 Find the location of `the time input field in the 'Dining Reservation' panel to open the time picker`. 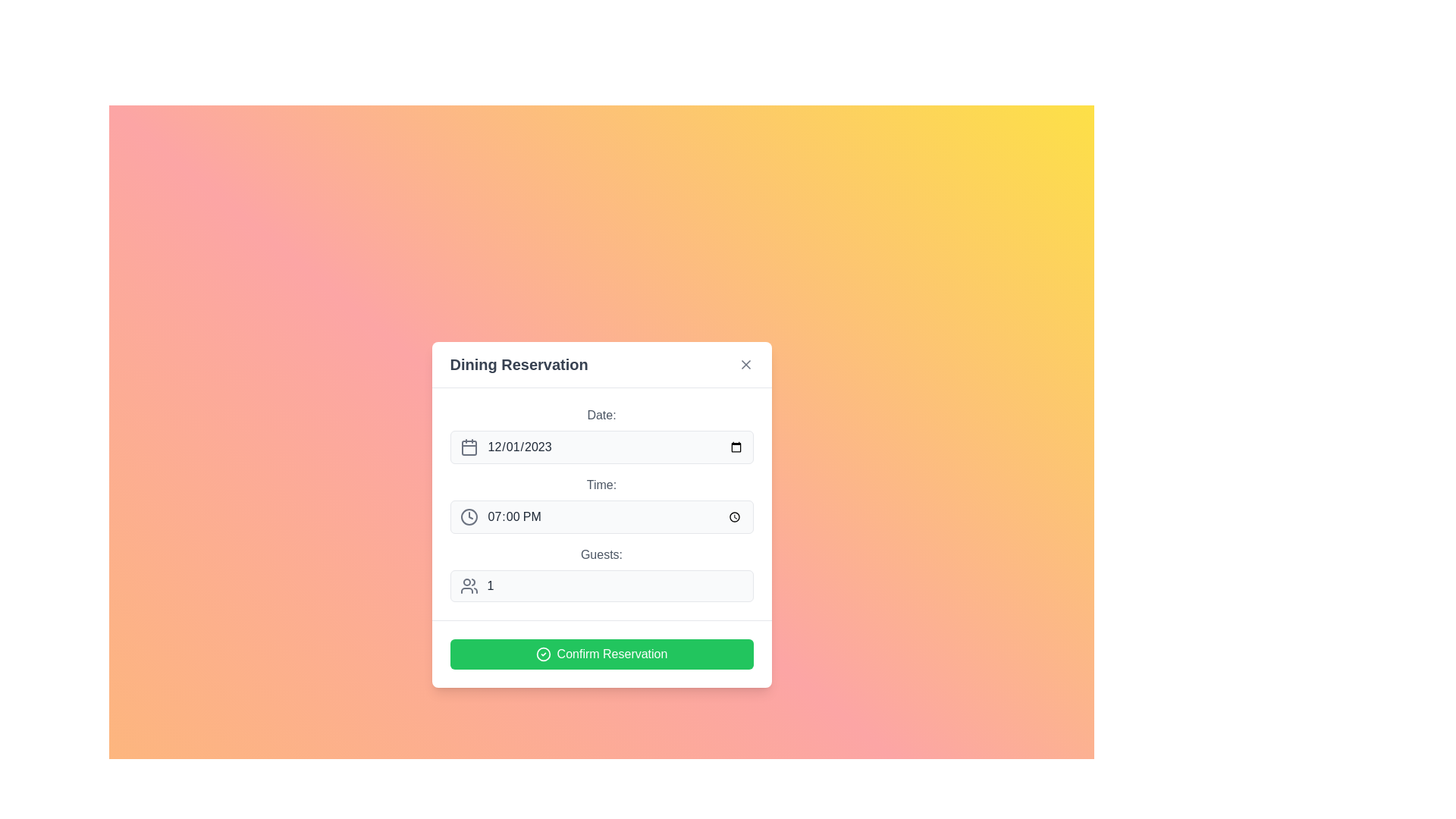

the time input field in the 'Dining Reservation' panel to open the time picker is located at coordinates (601, 505).